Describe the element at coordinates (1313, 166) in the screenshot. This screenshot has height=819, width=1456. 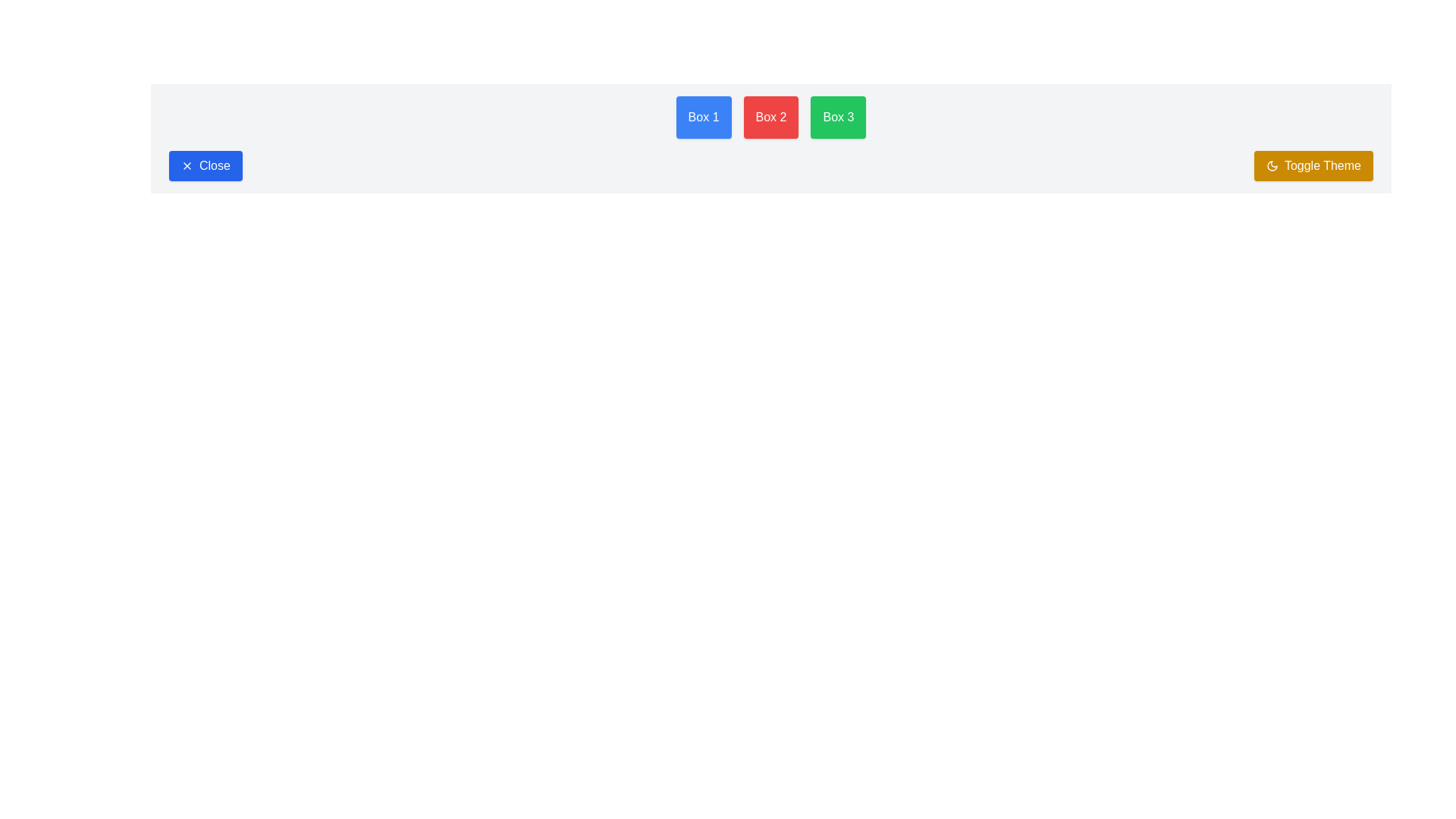
I see `the 'Toggle Theme' button with a yellow background and moon icon, located at the far-right end of the header` at that location.